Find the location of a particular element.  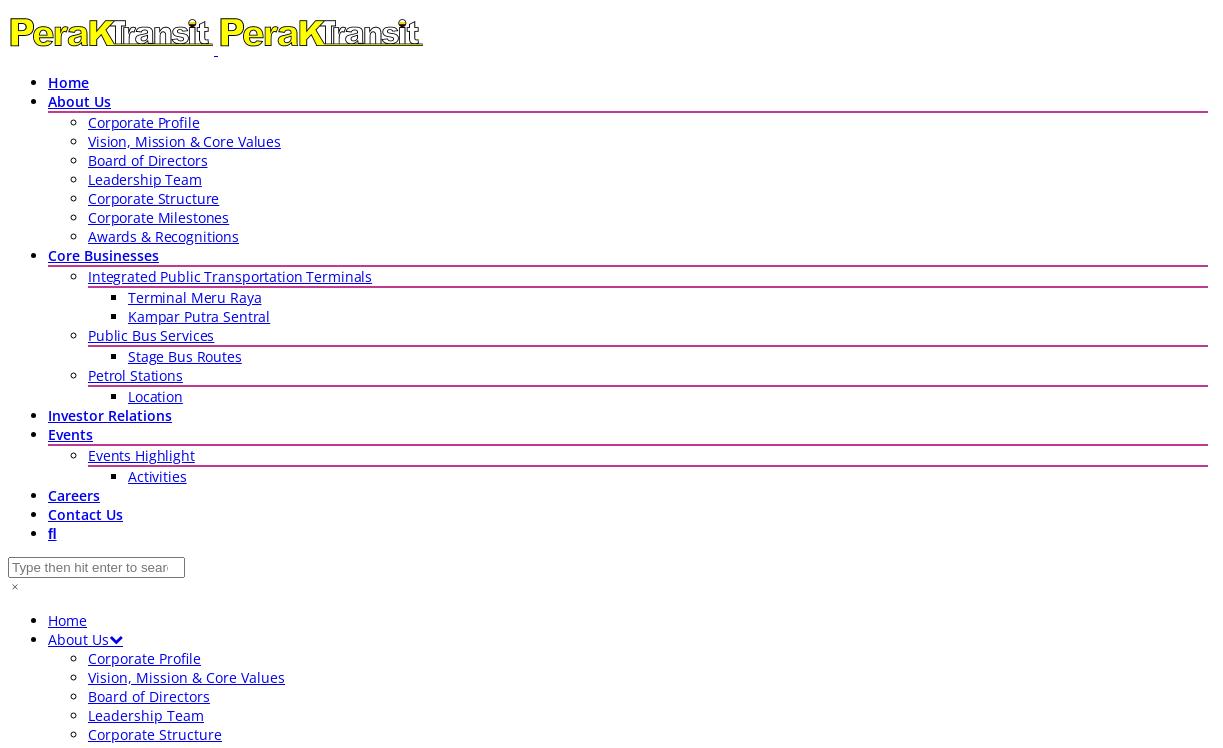

'Activities' is located at coordinates (157, 476).